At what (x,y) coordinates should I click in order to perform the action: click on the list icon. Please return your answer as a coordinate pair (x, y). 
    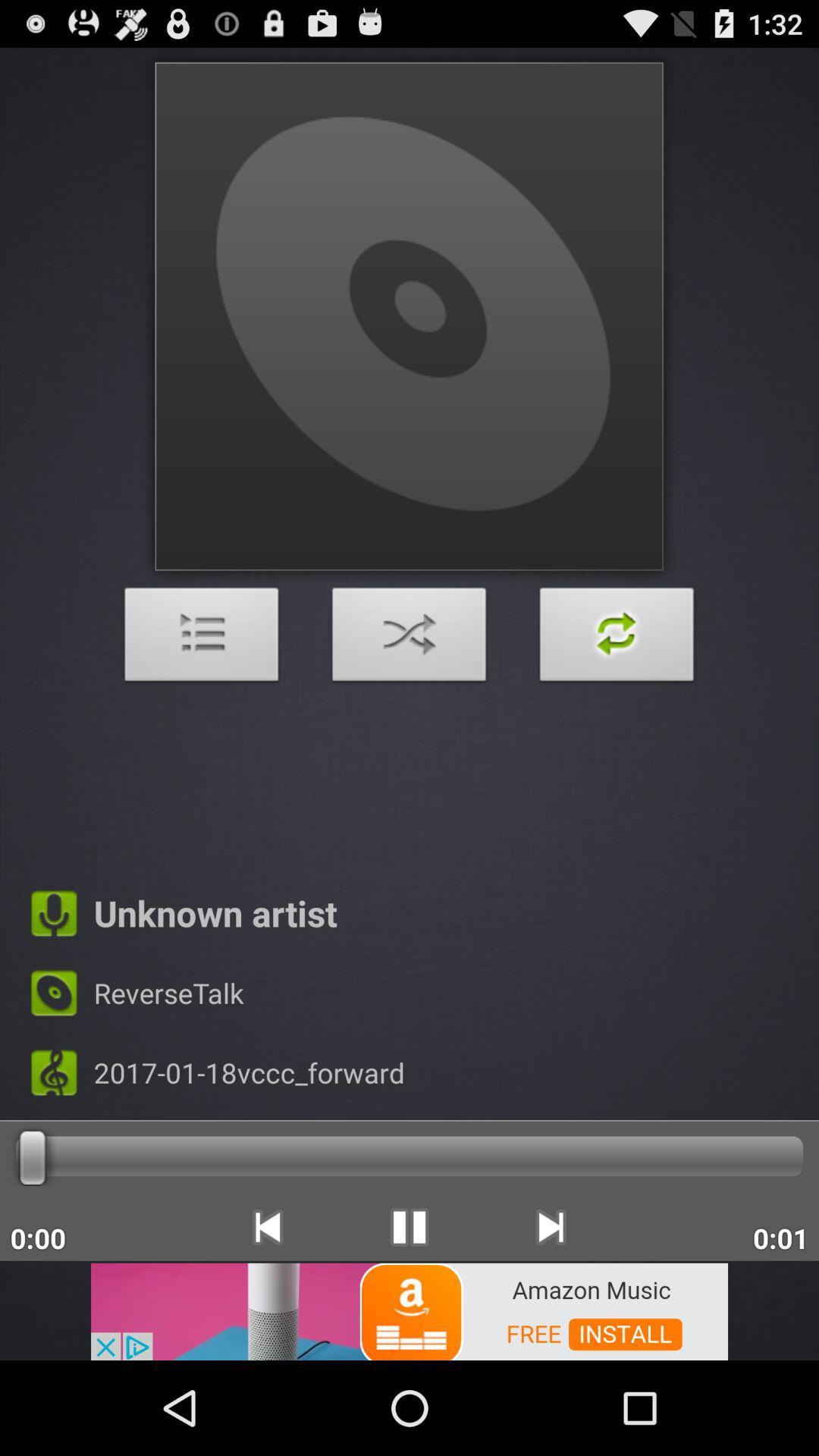
    Looking at the image, I should click on (201, 682).